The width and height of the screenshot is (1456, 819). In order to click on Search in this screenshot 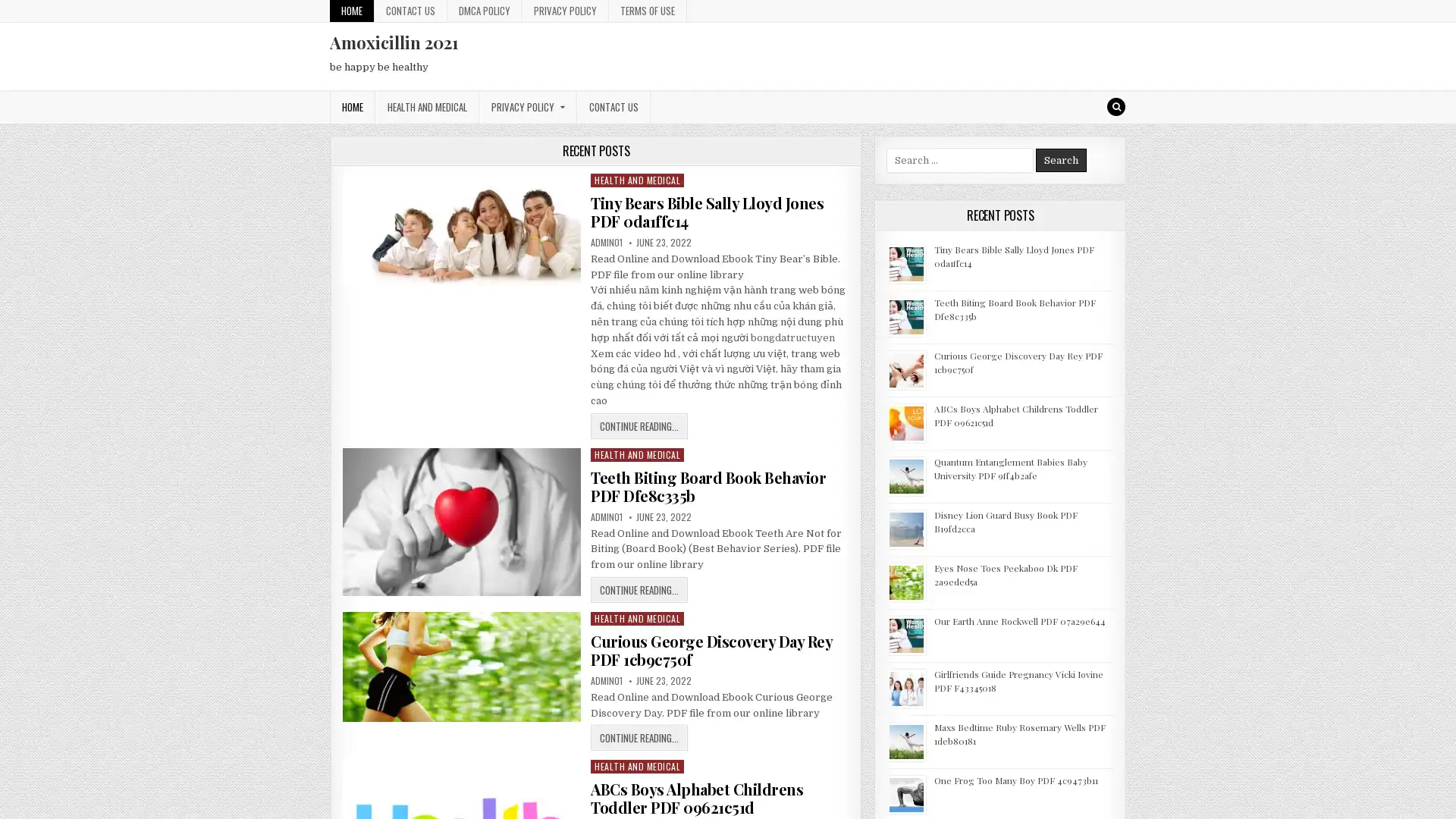, I will do `click(1060, 160)`.